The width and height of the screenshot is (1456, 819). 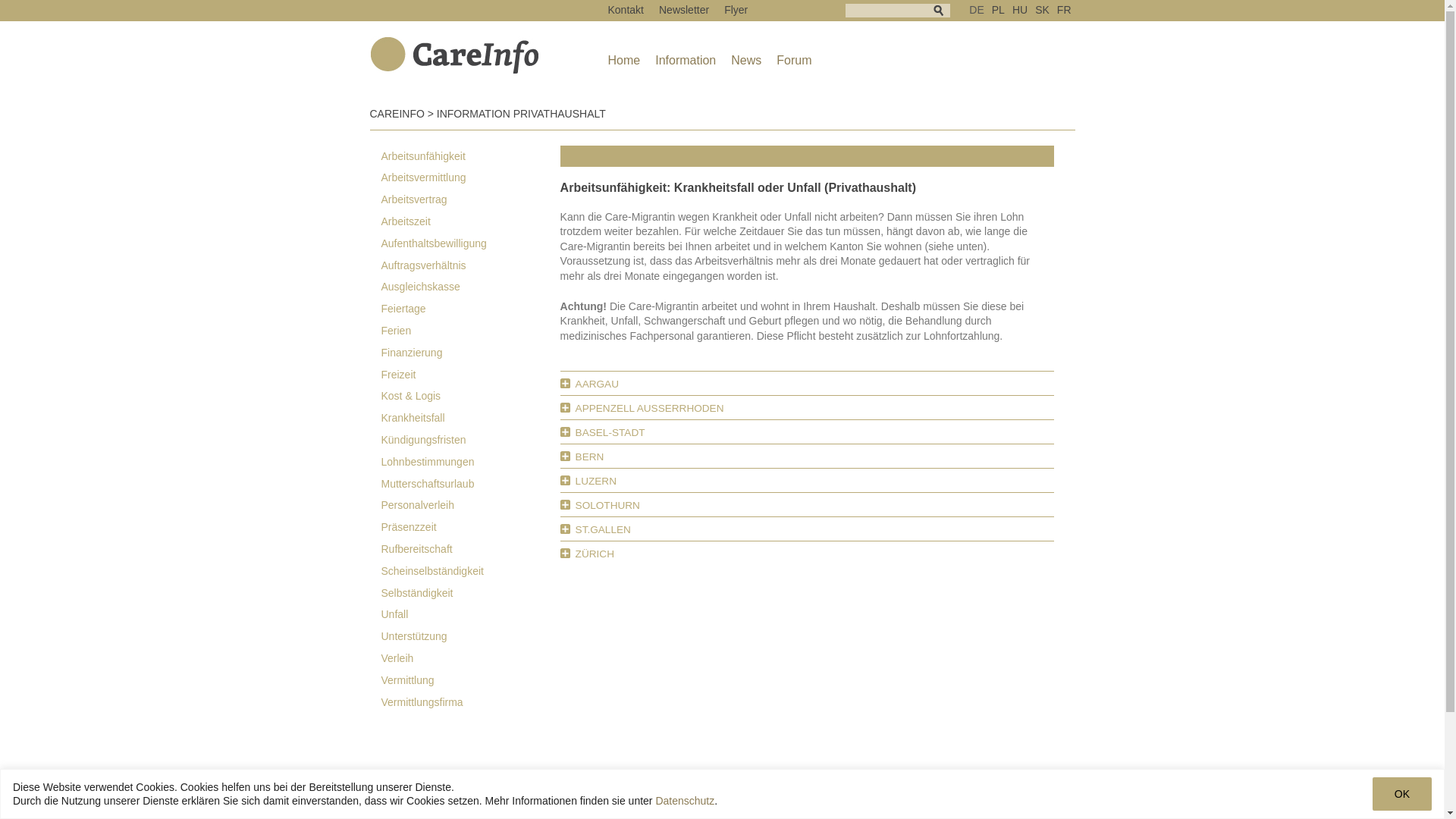 I want to click on 'CAREINFO', so click(x=397, y=113).